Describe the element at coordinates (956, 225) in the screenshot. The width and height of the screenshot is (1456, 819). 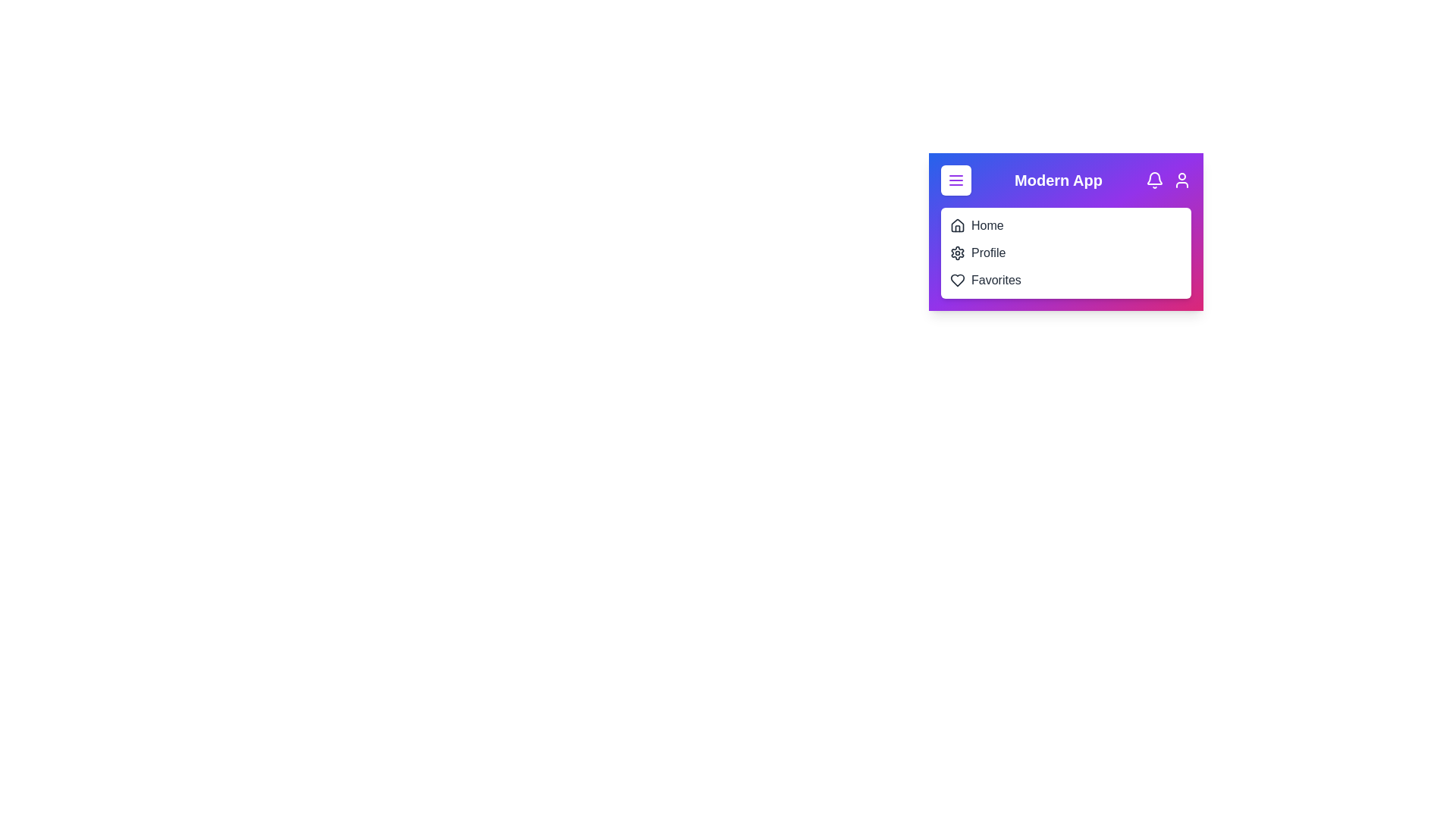
I see `the 'Home' menu item in the ModernAppBar component` at that location.